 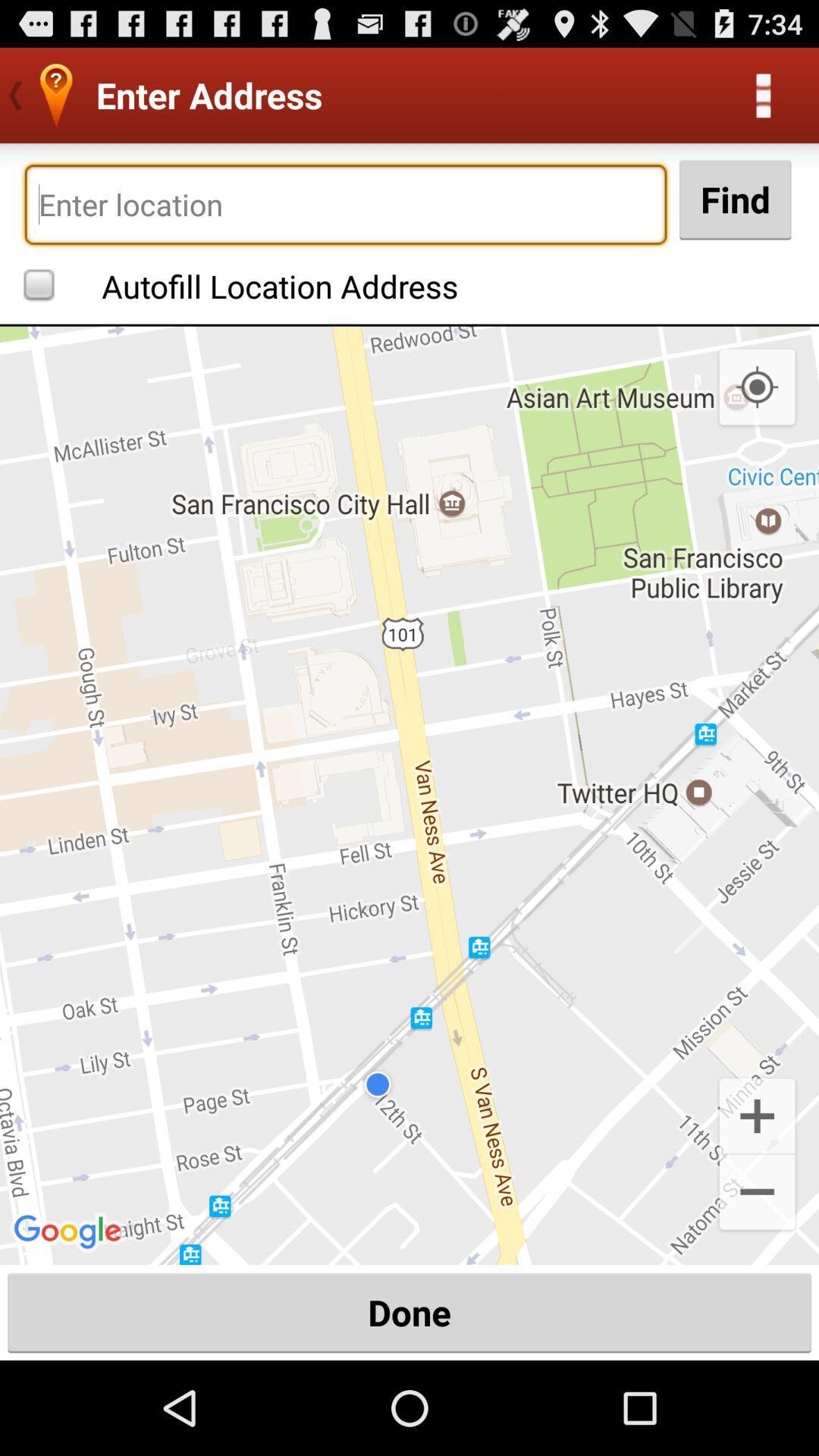 I want to click on the location_crosshair icon, so click(x=757, y=415).